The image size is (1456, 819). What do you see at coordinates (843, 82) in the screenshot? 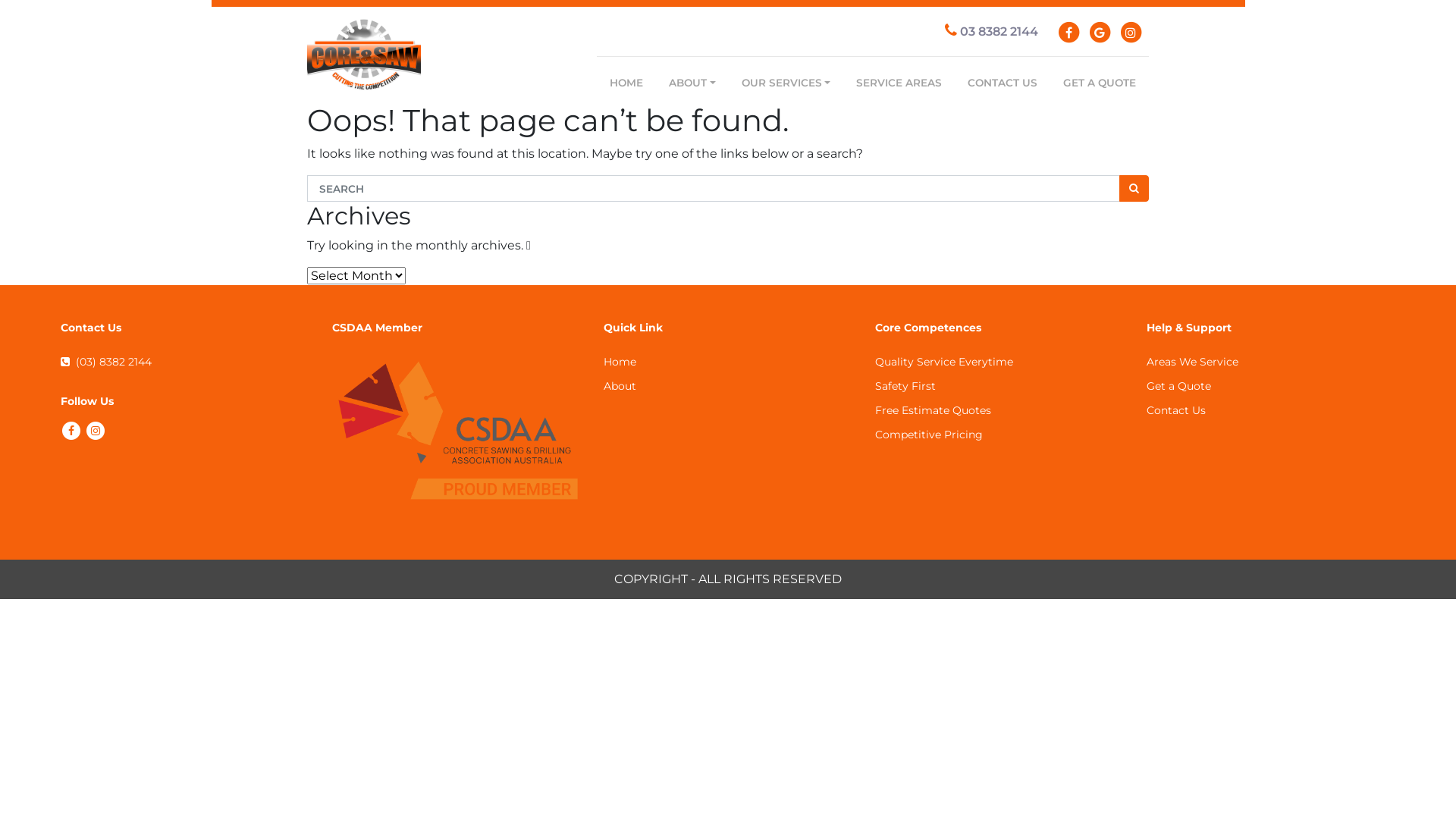
I see `'SERVICE AREAS'` at bounding box center [843, 82].